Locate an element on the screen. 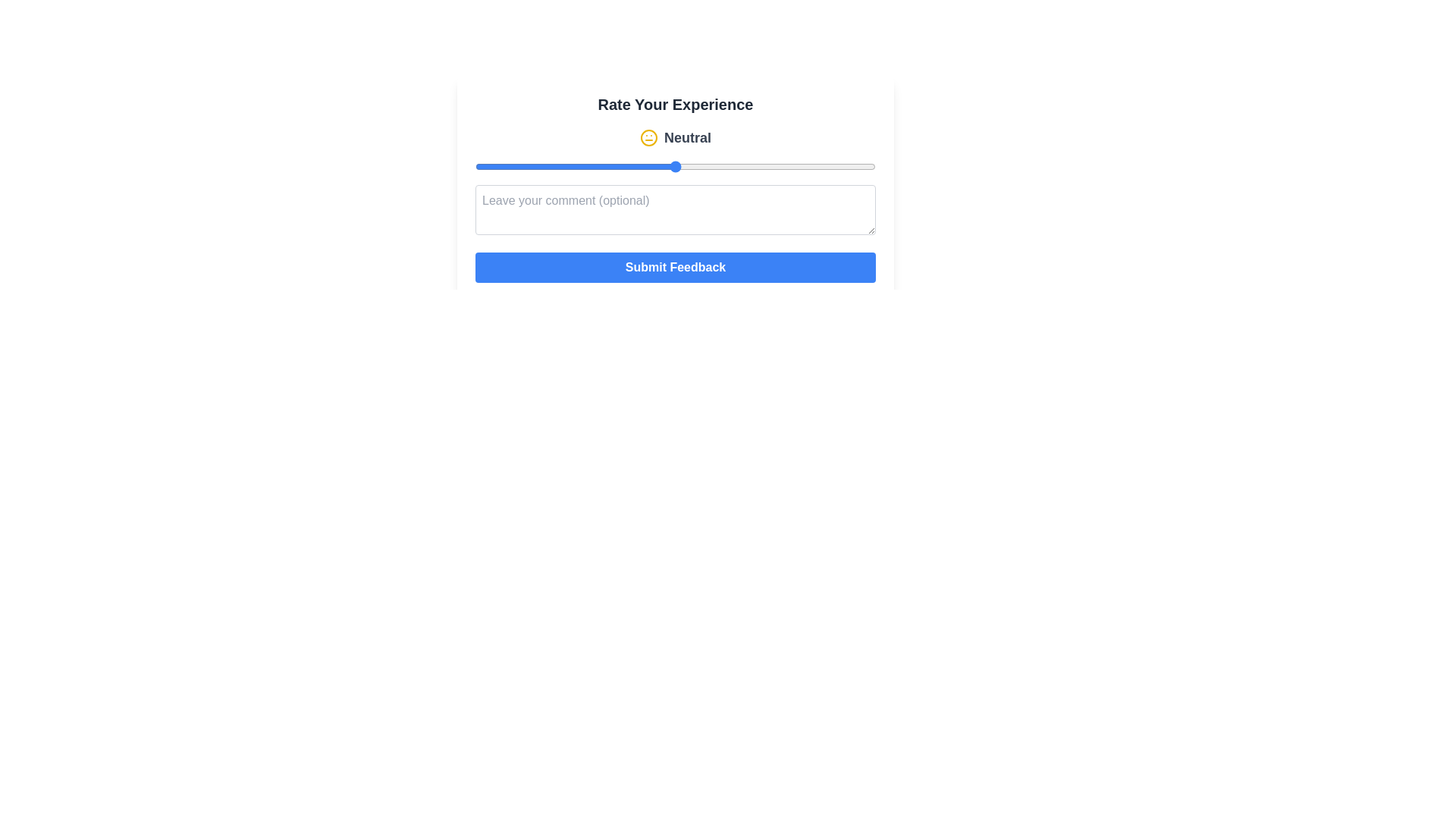 The height and width of the screenshot is (819, 1456). the slider to set the rating to 2 and observe the changes in the emoji and label is located at coordinates (574, 166).